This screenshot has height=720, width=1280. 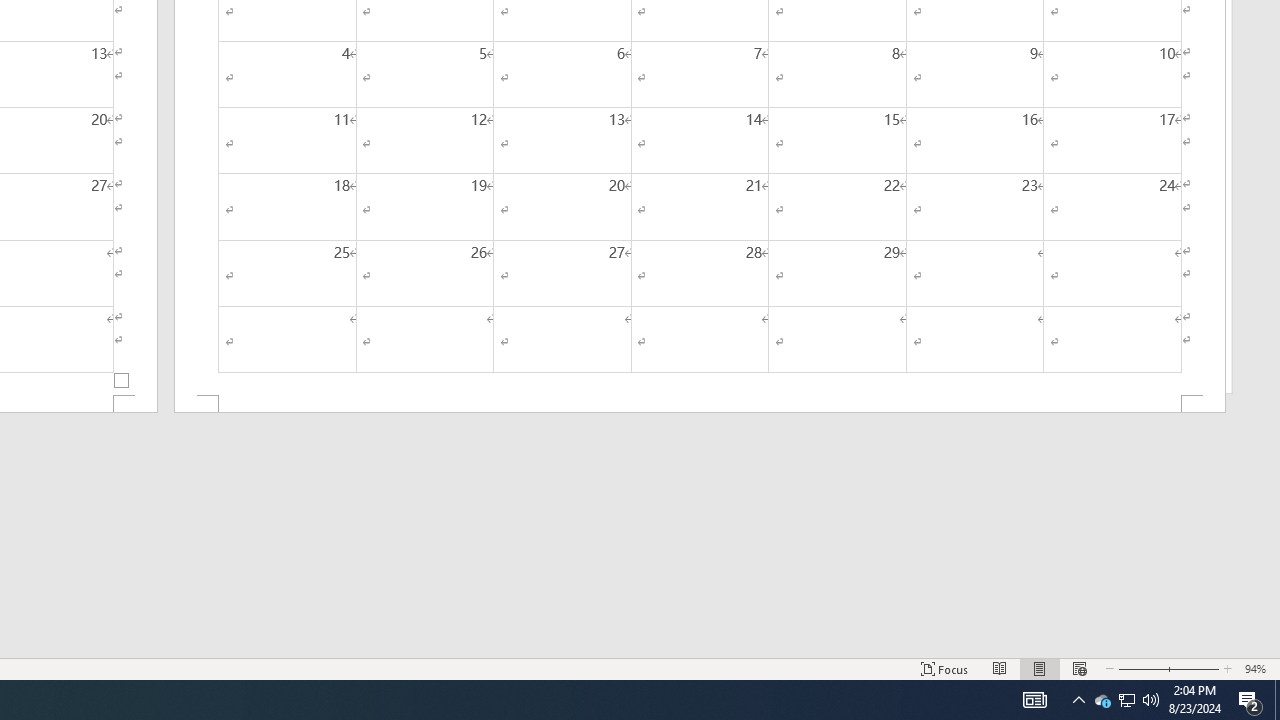 What do you see at coordinates (700, 404) in the screenshot?
I see `'Footer -Section 2-'` at bounding box center [700, 404].